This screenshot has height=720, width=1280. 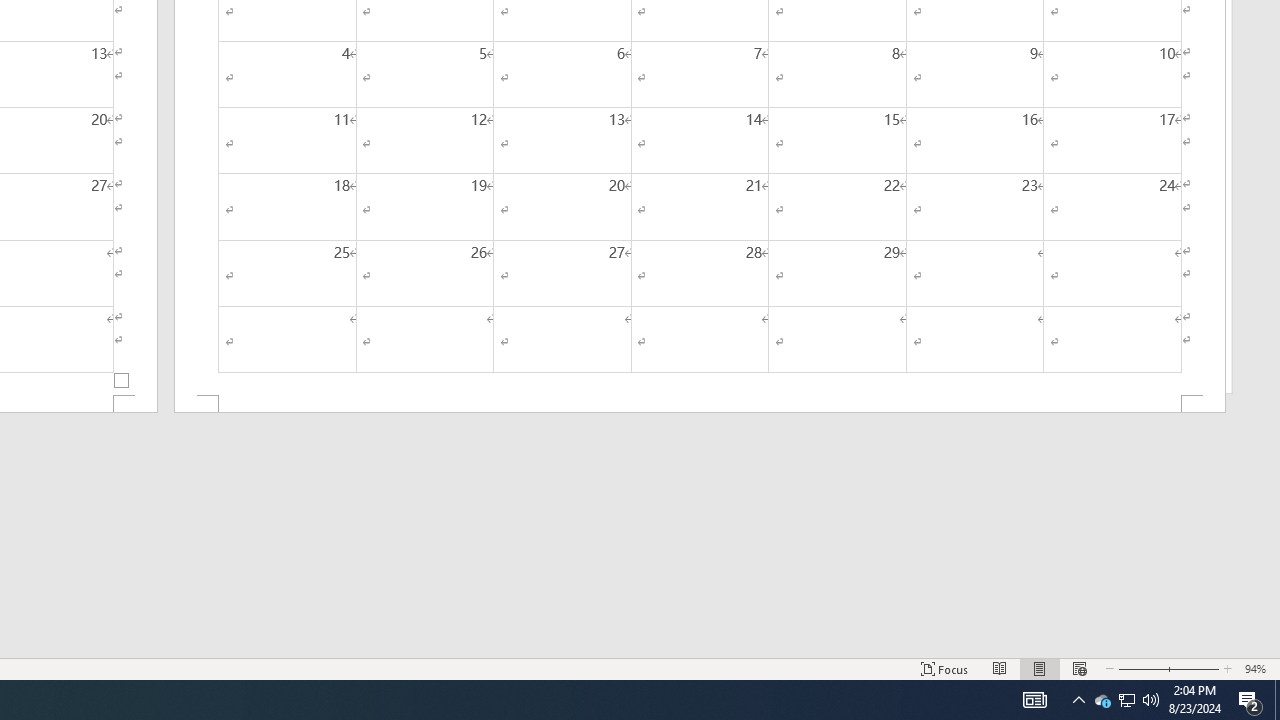 What do you see at coordinates (700, 404) in the screenshot?
I see `'Footer -Section 2-'` at bounding box center [700, 404].